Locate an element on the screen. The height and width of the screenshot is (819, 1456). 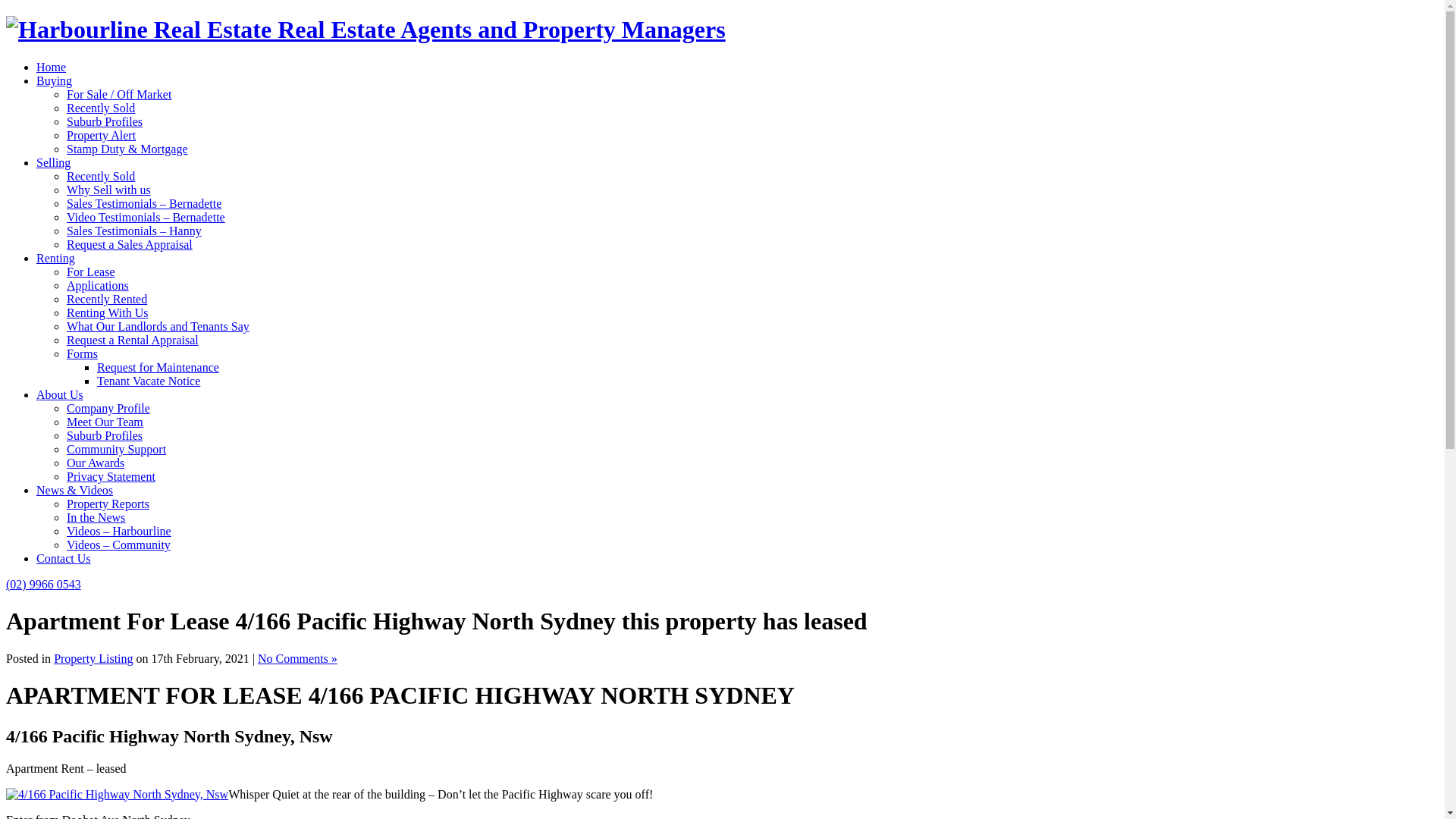
'What Our Landlords and Tenants Say' is located at coordinates (158, 325).